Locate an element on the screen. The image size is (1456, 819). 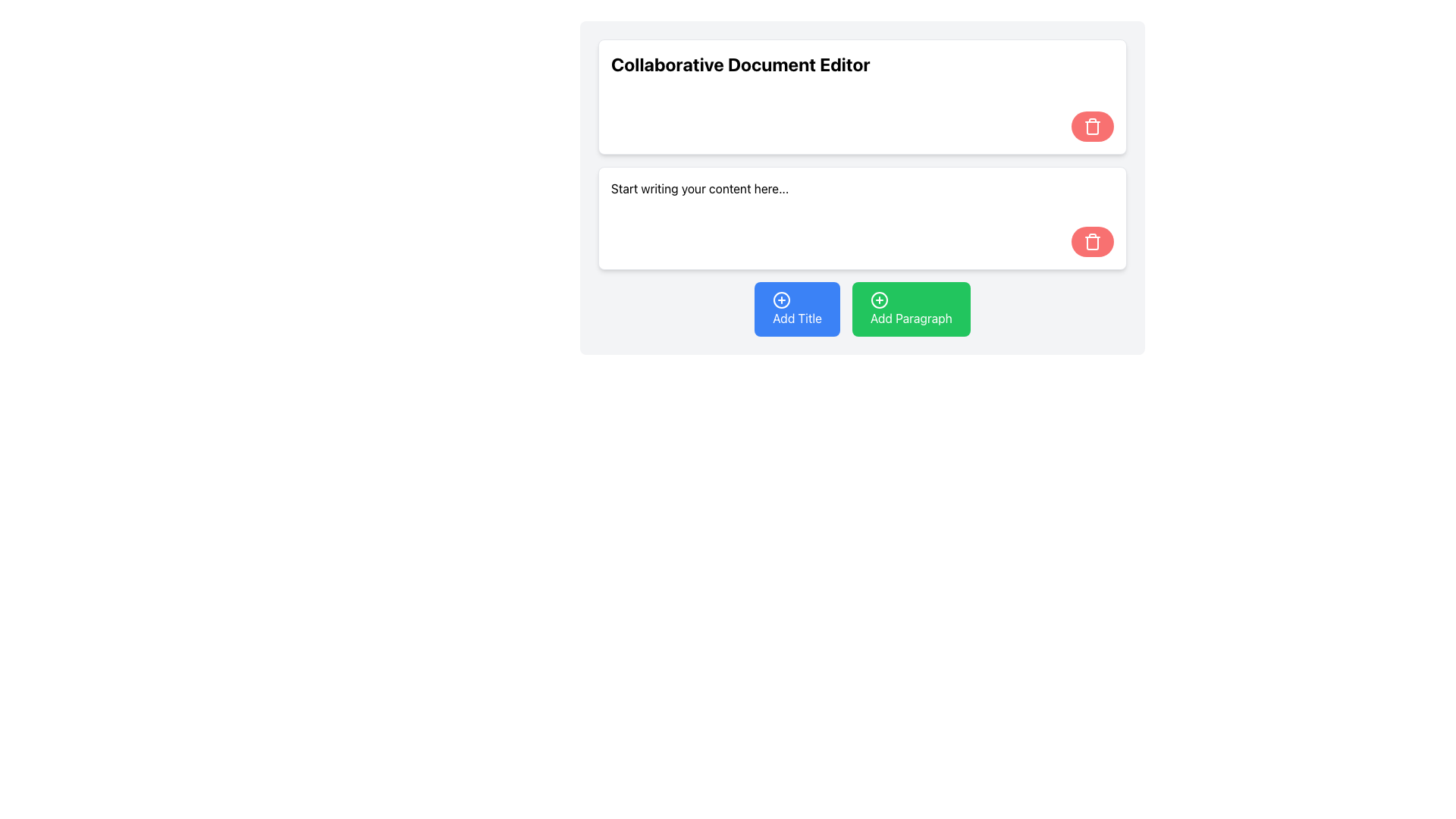
the delete icon located in the top-right corner of the upper content box, which is part of the interactive controls for the content block is located at coordinates (1092, 125).